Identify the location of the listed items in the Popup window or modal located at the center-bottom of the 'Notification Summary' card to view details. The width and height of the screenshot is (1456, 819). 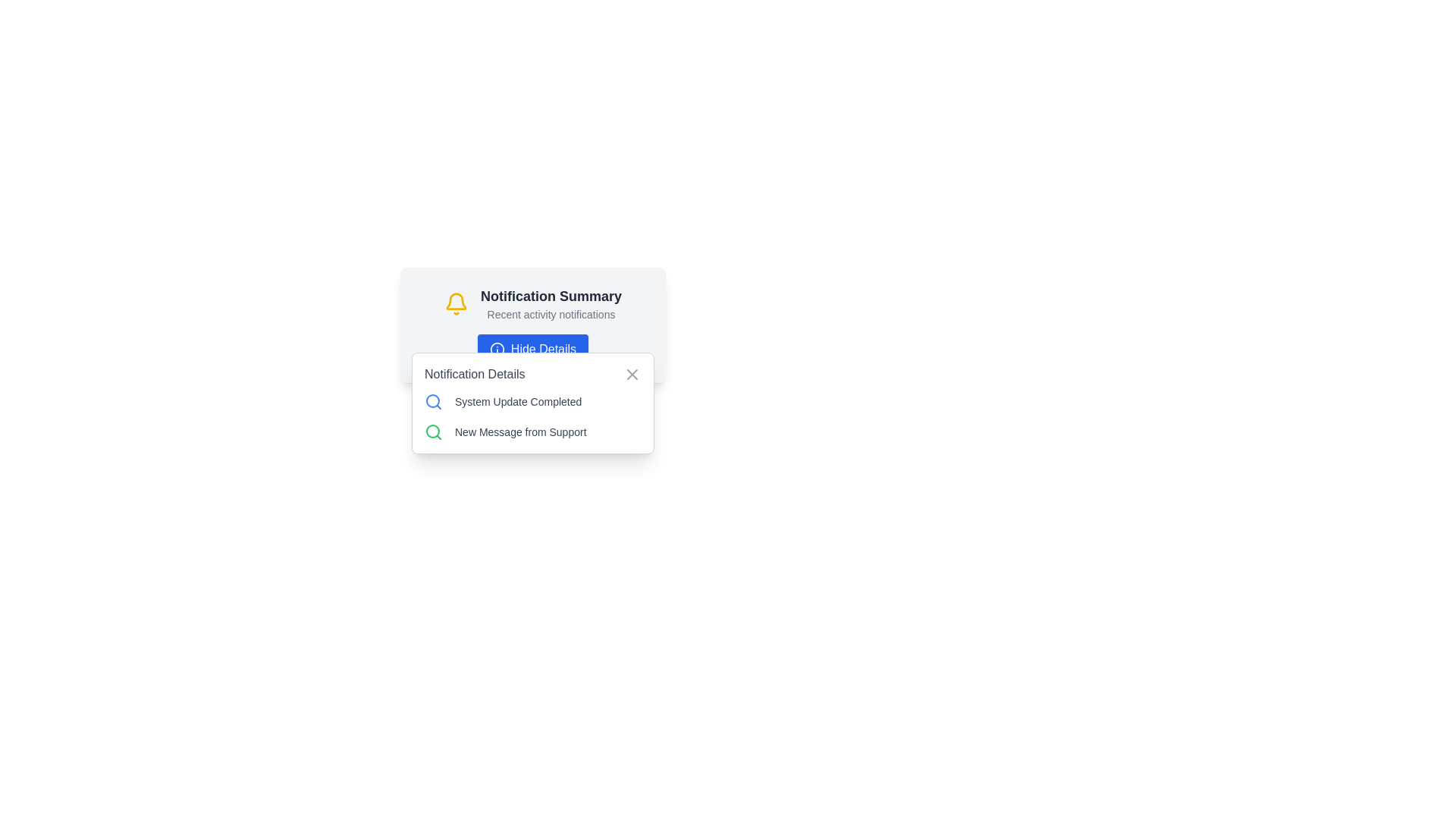
(532, 403).